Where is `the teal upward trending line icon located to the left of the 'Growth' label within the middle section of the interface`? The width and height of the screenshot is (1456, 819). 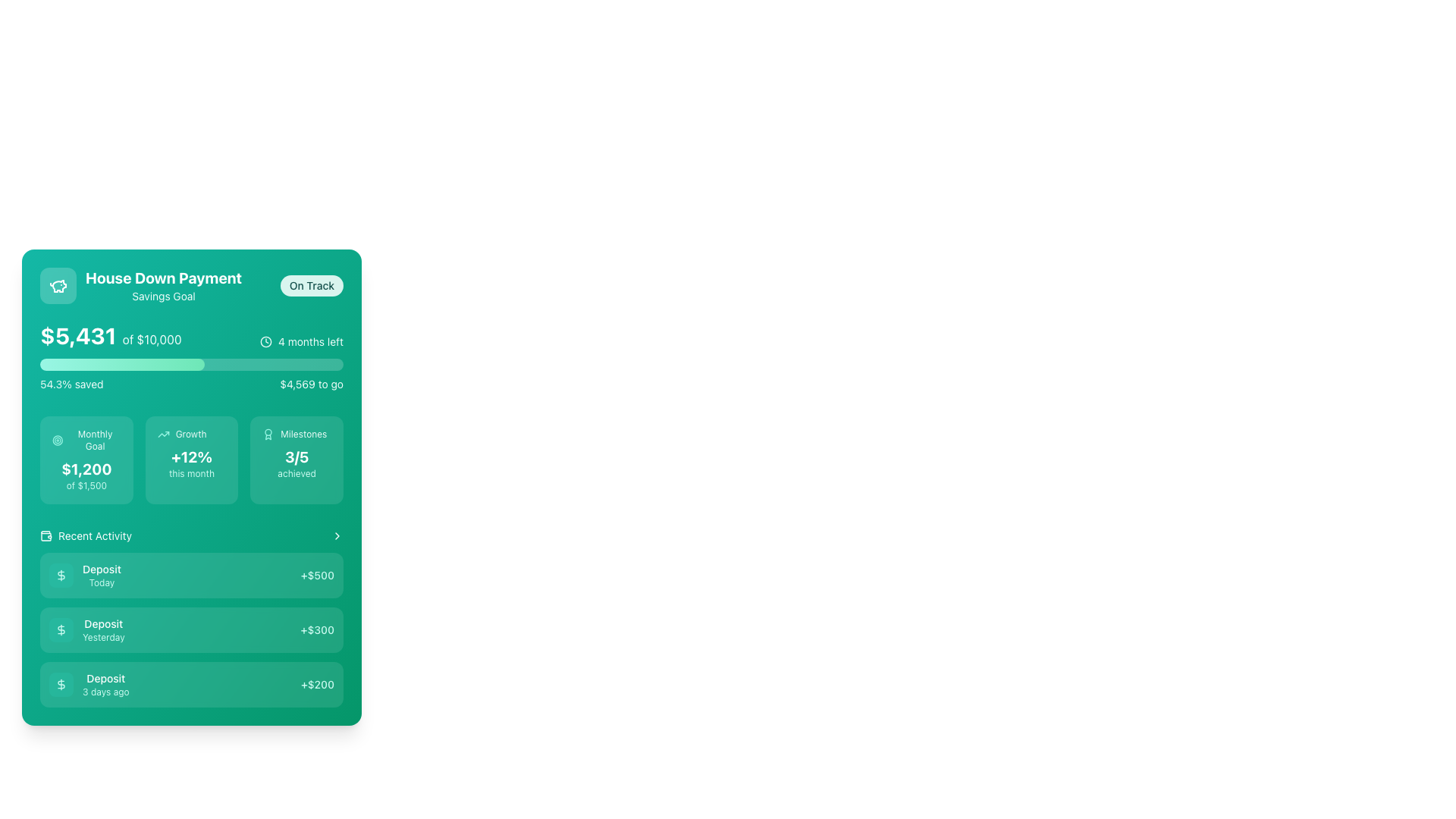 the teal upward trending line icon located to the left of the 'Growth' label within the middle section of the interface is located at coordinates (163, 435).